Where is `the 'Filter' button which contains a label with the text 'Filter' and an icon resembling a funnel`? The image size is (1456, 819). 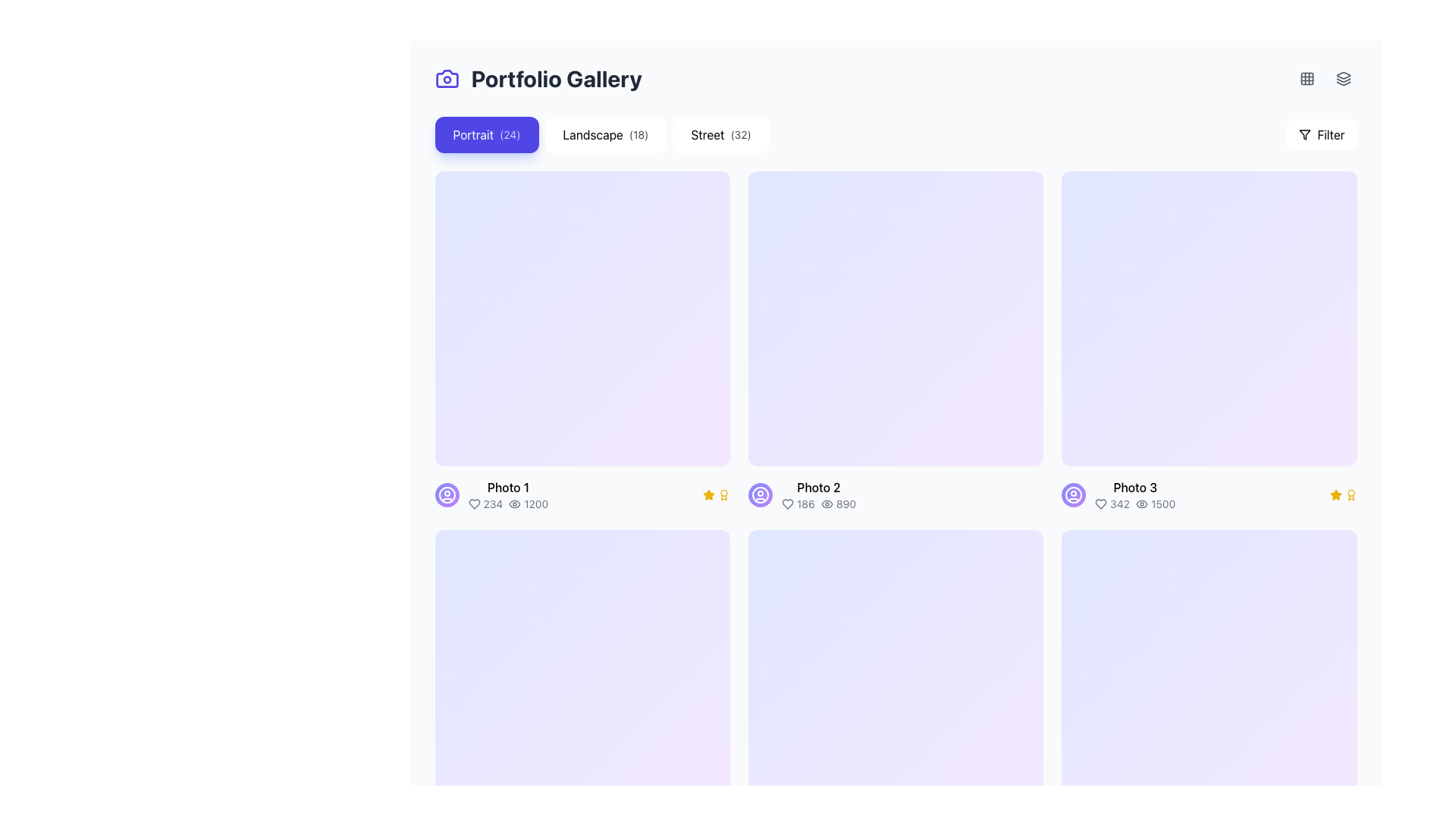
the 'Filter' button which contains a label with the text 'Filter' and an icon resembling a funnel is located at coordinates (1330, 133).